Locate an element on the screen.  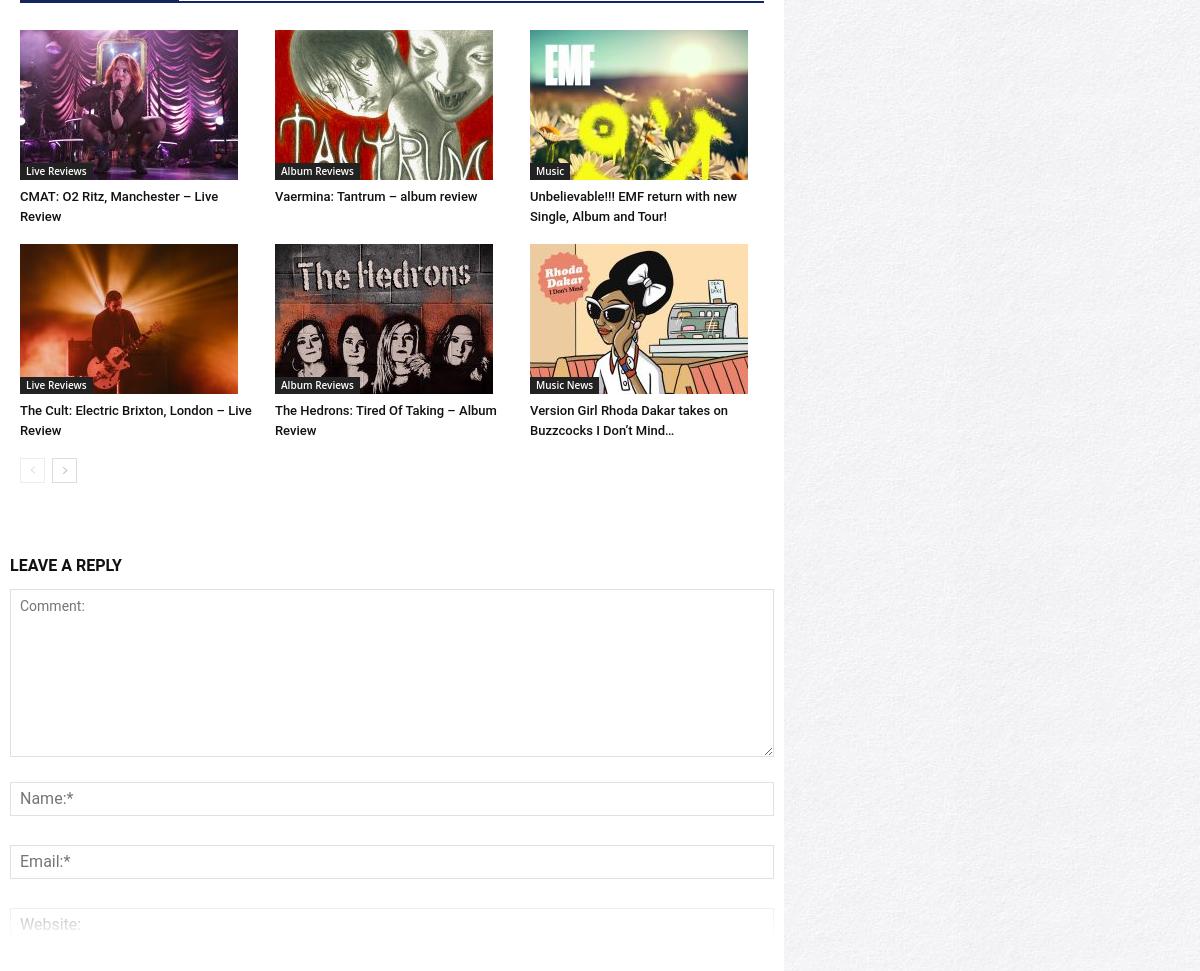
'RELATED ARTICLES' is located at coordinates (99, 55).